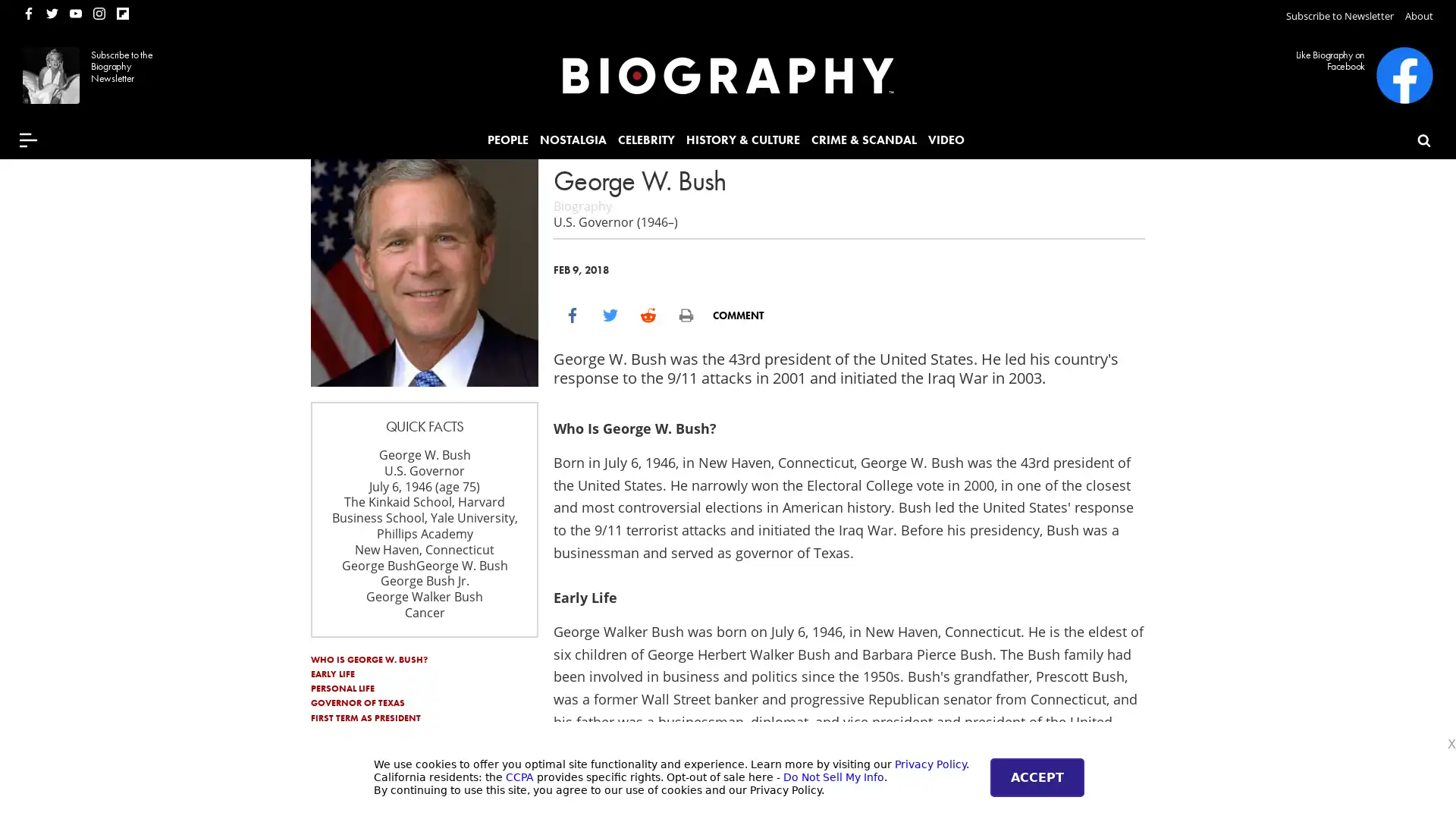 The image size is (1456, 819). Describe the element at coordinates (728, 476) in the screenshot. I see `Subscribe` at that location.